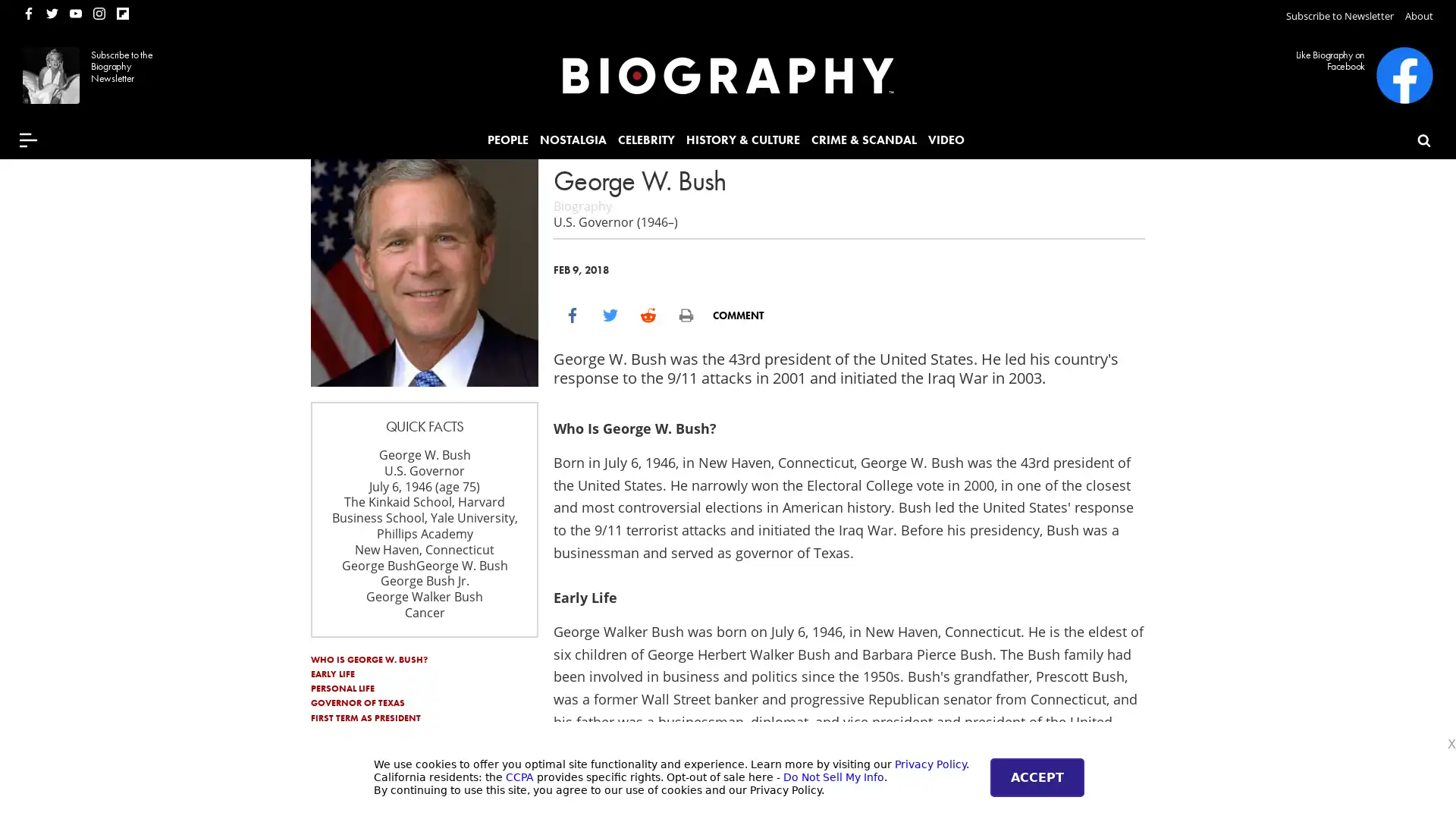 The image size is (1456, 819). Describe the element at coordinates (728, 476) in the screenshot. I see `Subscribe` at that location.